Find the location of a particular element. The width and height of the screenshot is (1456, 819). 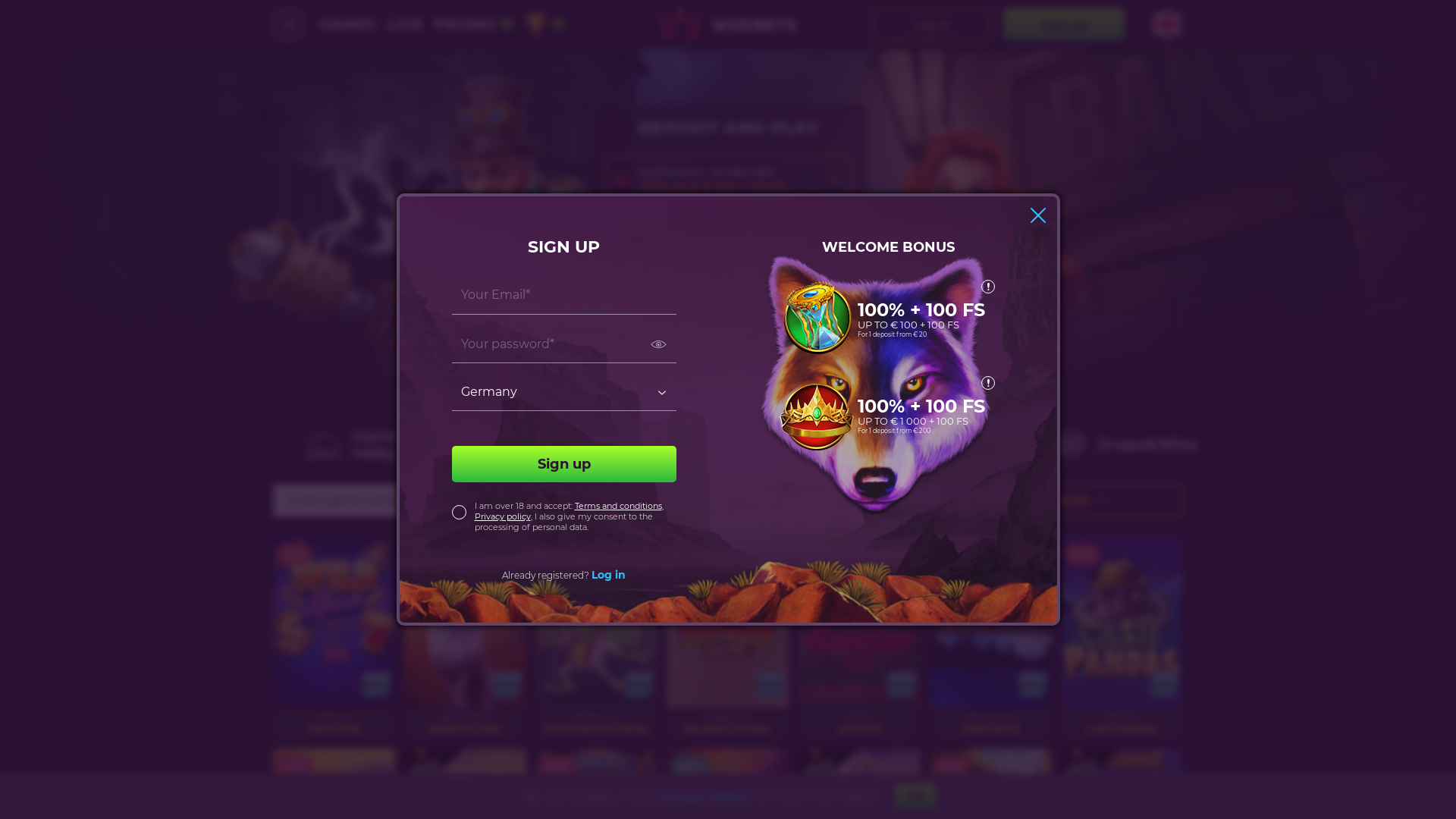

'PROMO is located at coordinates (472, 24).